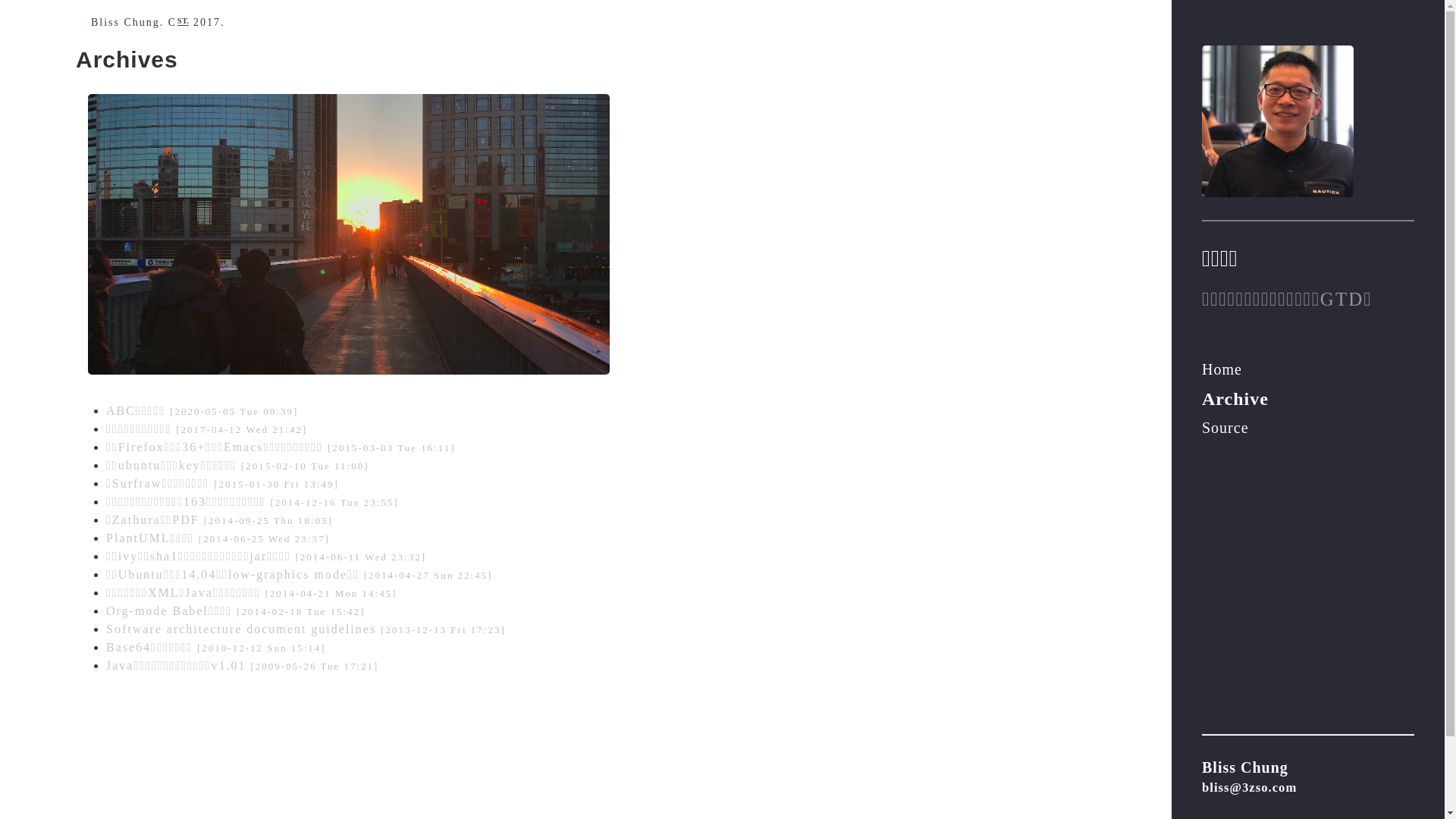  What do you see at coordinates (240, 629) in the screenshot?
I see `'Software architecture document guidelines'` at bounding box center [240, 629].